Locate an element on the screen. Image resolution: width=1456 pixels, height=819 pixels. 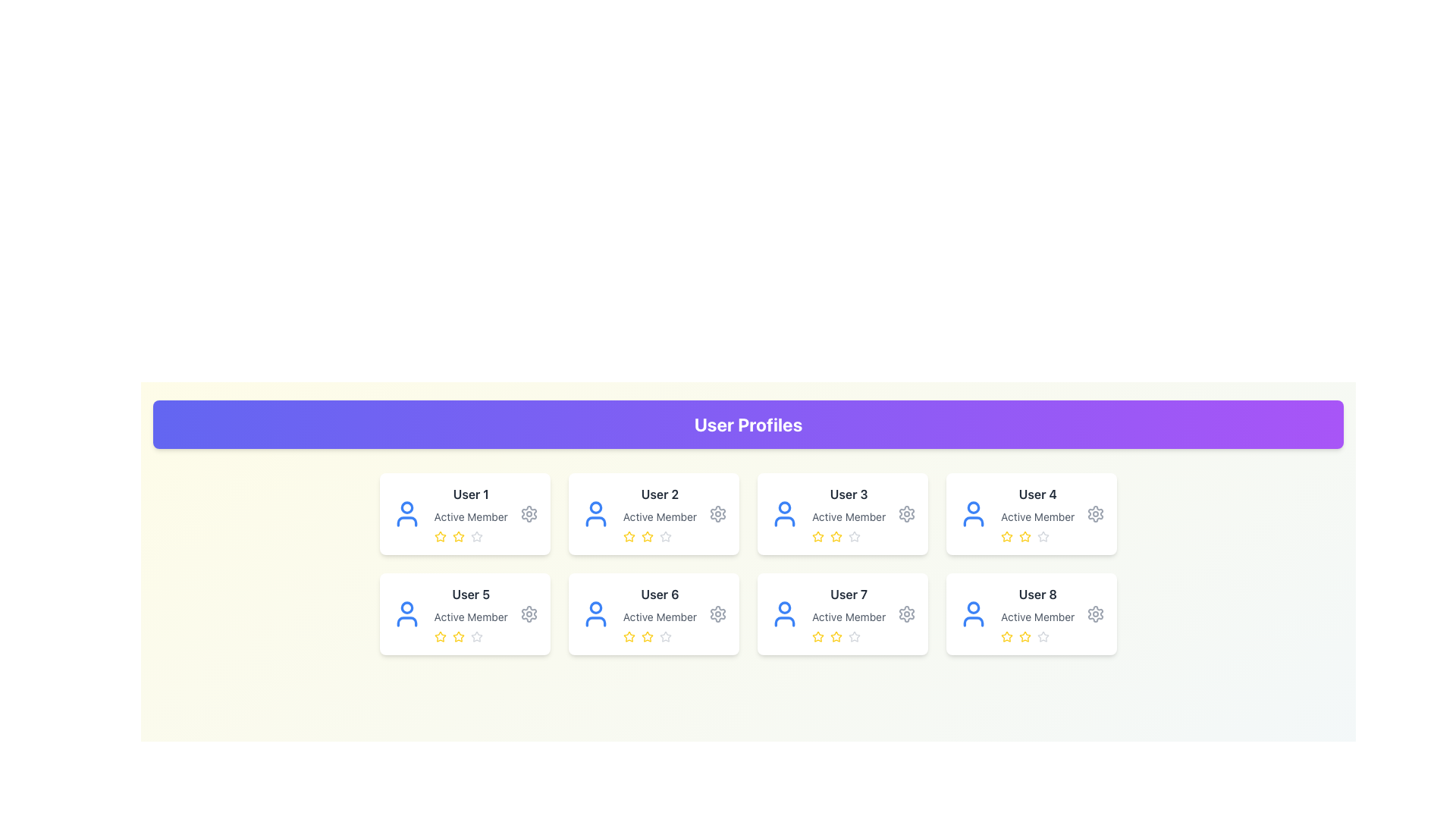
the text label that identifies the user profile as 'User 7', located centrally within the card labeled 'User 7 Active Member' in the fourth row of the user profile grid layout is located at coordinates (848, 593).